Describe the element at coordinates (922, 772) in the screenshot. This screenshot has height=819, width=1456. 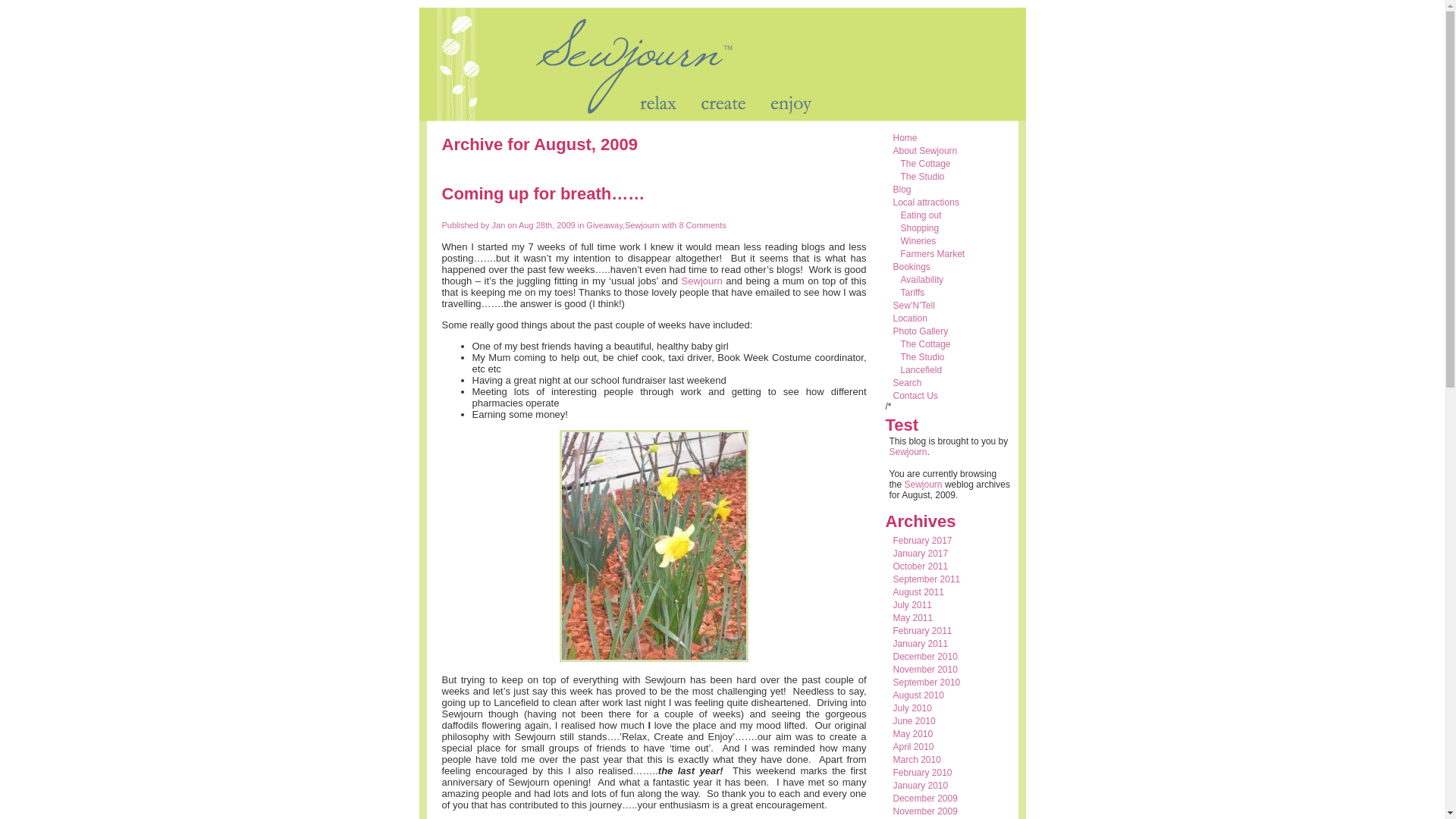
I see `'February 2010'` at that location.